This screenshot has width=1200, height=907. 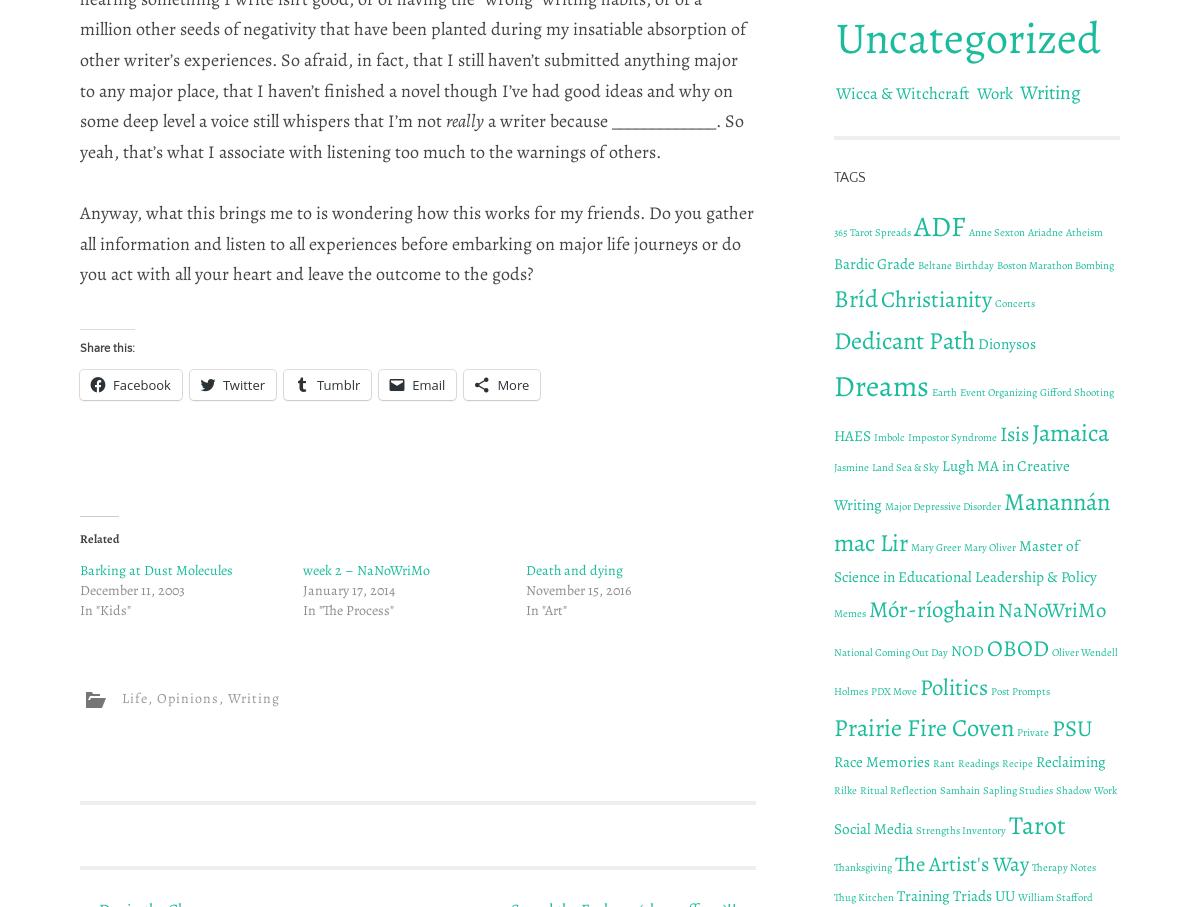 What do you see at coordinates (1037, 824) in the screenshot?
I see `'Tarot'` at bounding box center [1037, 824].